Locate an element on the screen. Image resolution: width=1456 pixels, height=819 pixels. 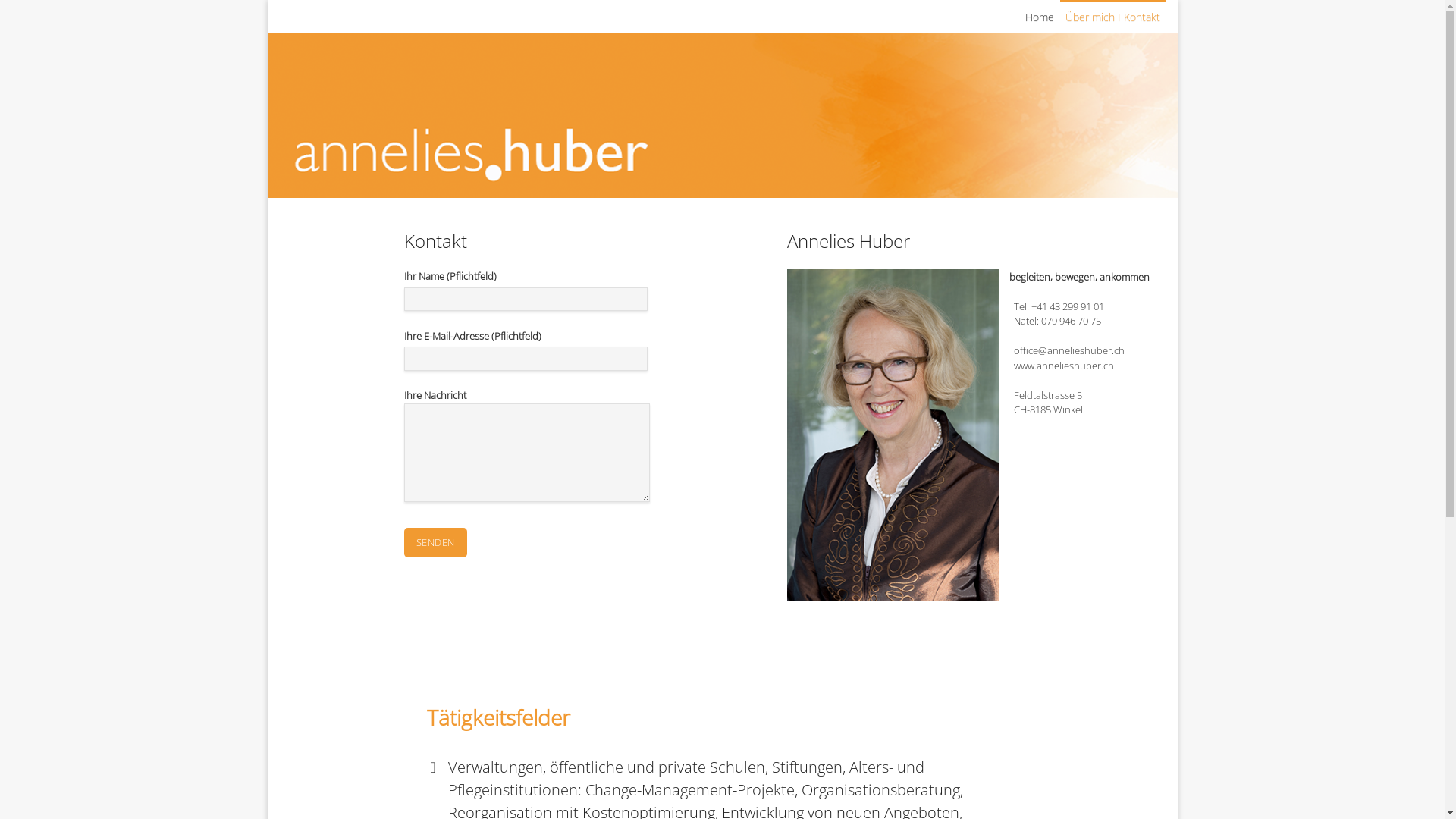
'Home' is located at coordinates (1038, 17).